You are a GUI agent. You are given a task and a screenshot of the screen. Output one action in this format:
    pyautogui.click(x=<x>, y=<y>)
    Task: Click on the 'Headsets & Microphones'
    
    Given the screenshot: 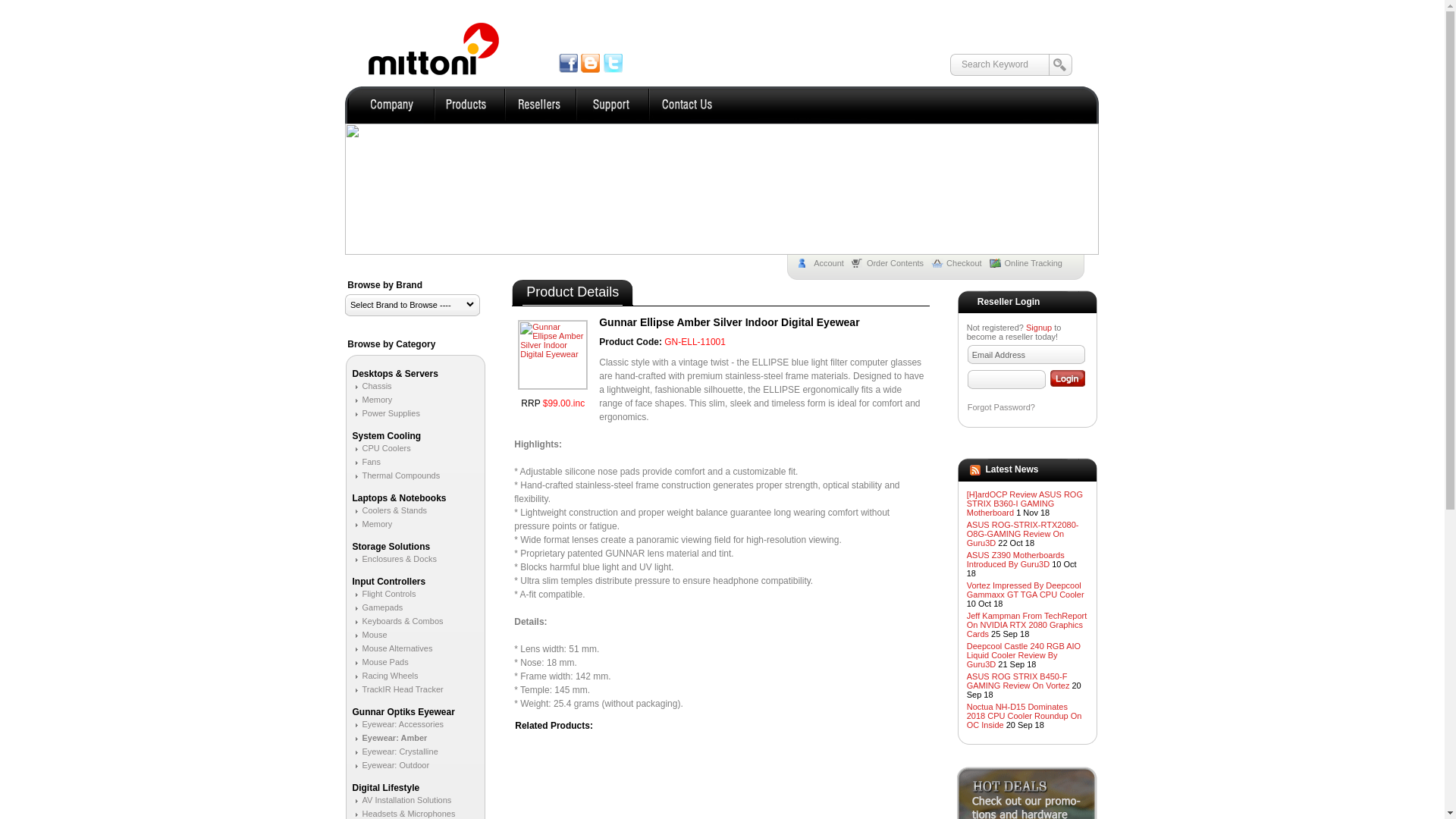 What is the action you would take?
    pyautogui.click(x=403, y=812)
    